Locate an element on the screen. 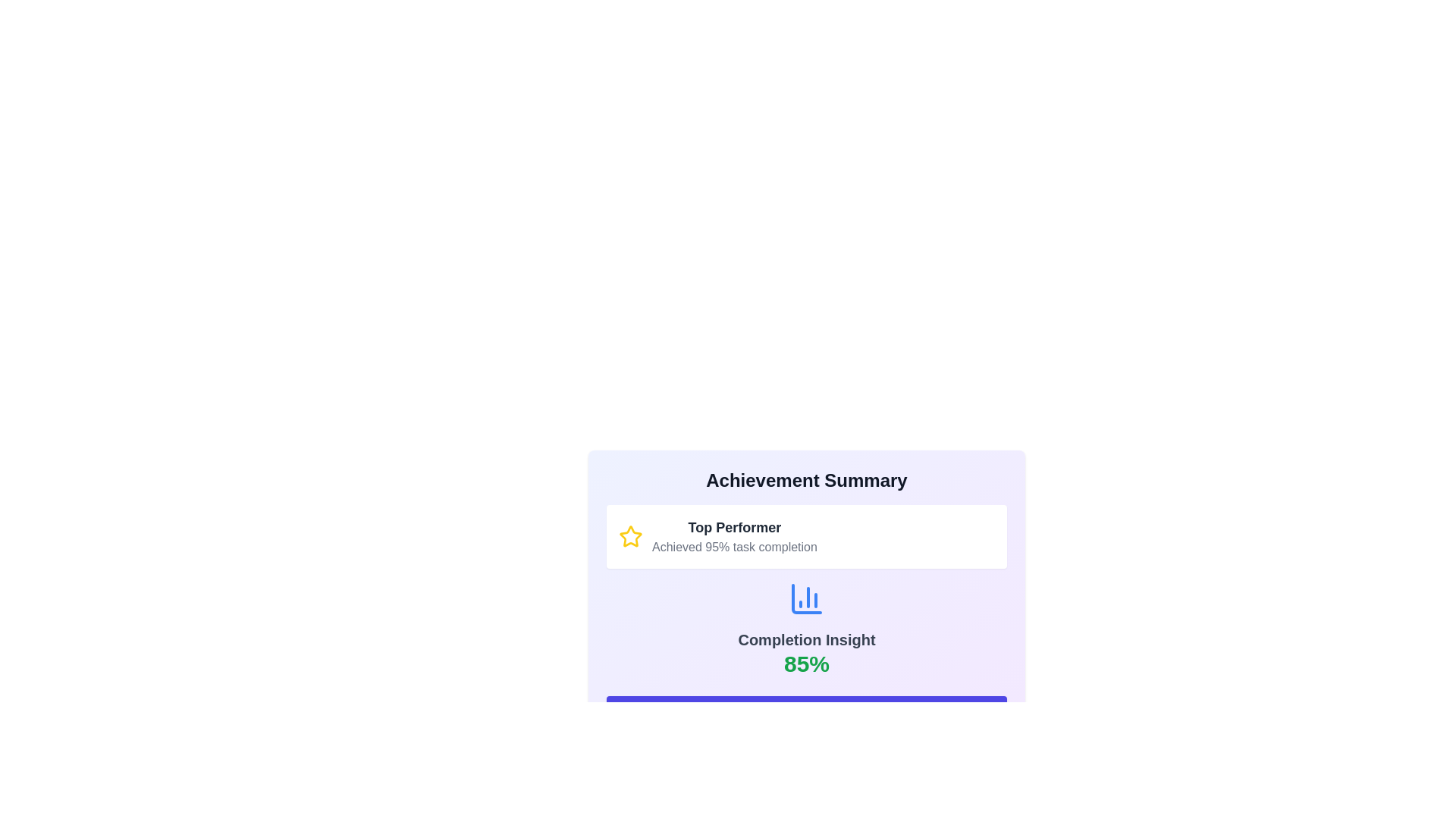 The width and height of the screenshot is (1456, 819). the graphical icon representing performance insights, located centrally below the 'Top Performer' section and above the 'Completion Insight' text is located at coordinates (806, 598).